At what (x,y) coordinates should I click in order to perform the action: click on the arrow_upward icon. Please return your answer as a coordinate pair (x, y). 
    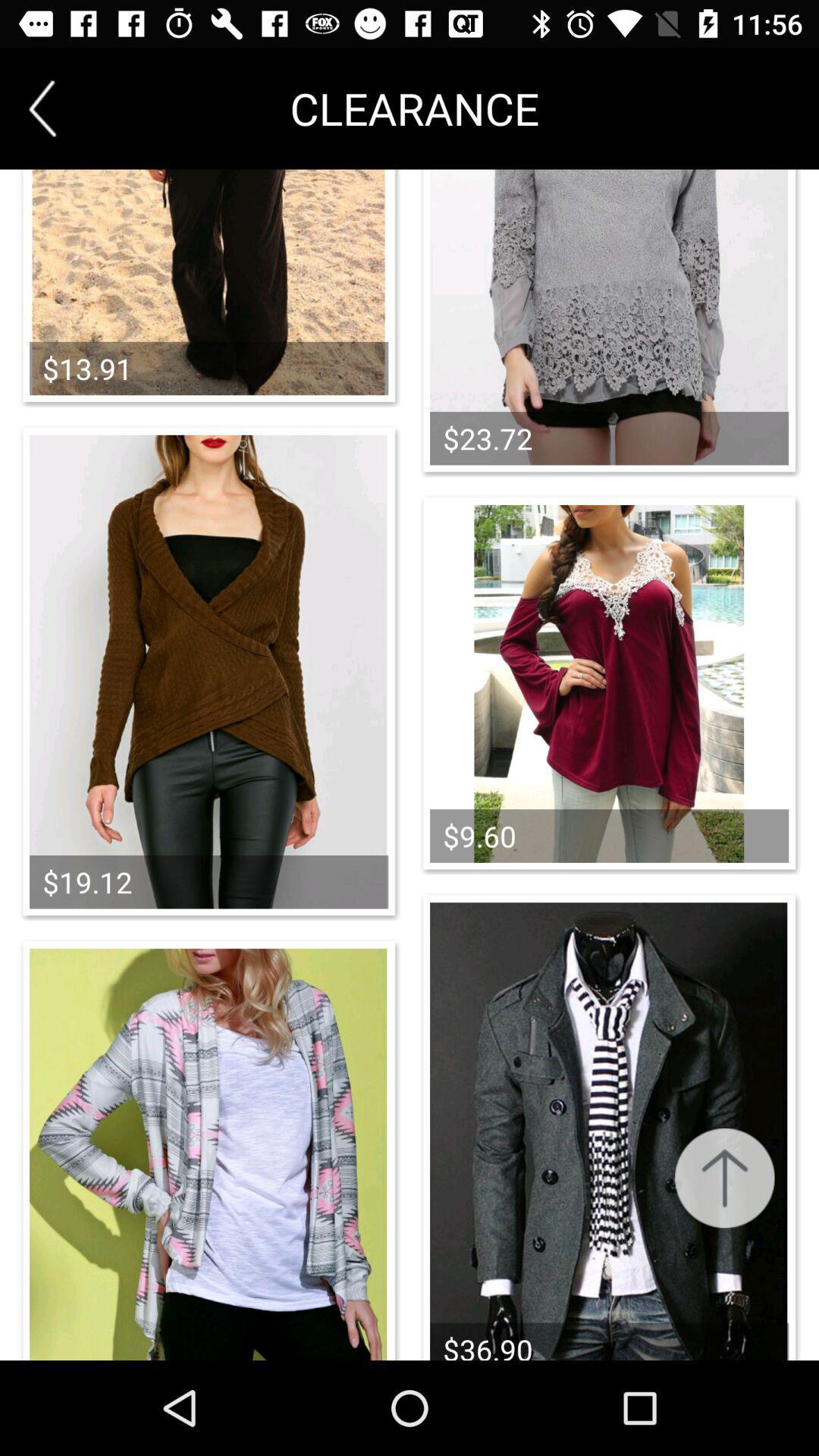
    Looking at the image, I should click on (723, 1177).